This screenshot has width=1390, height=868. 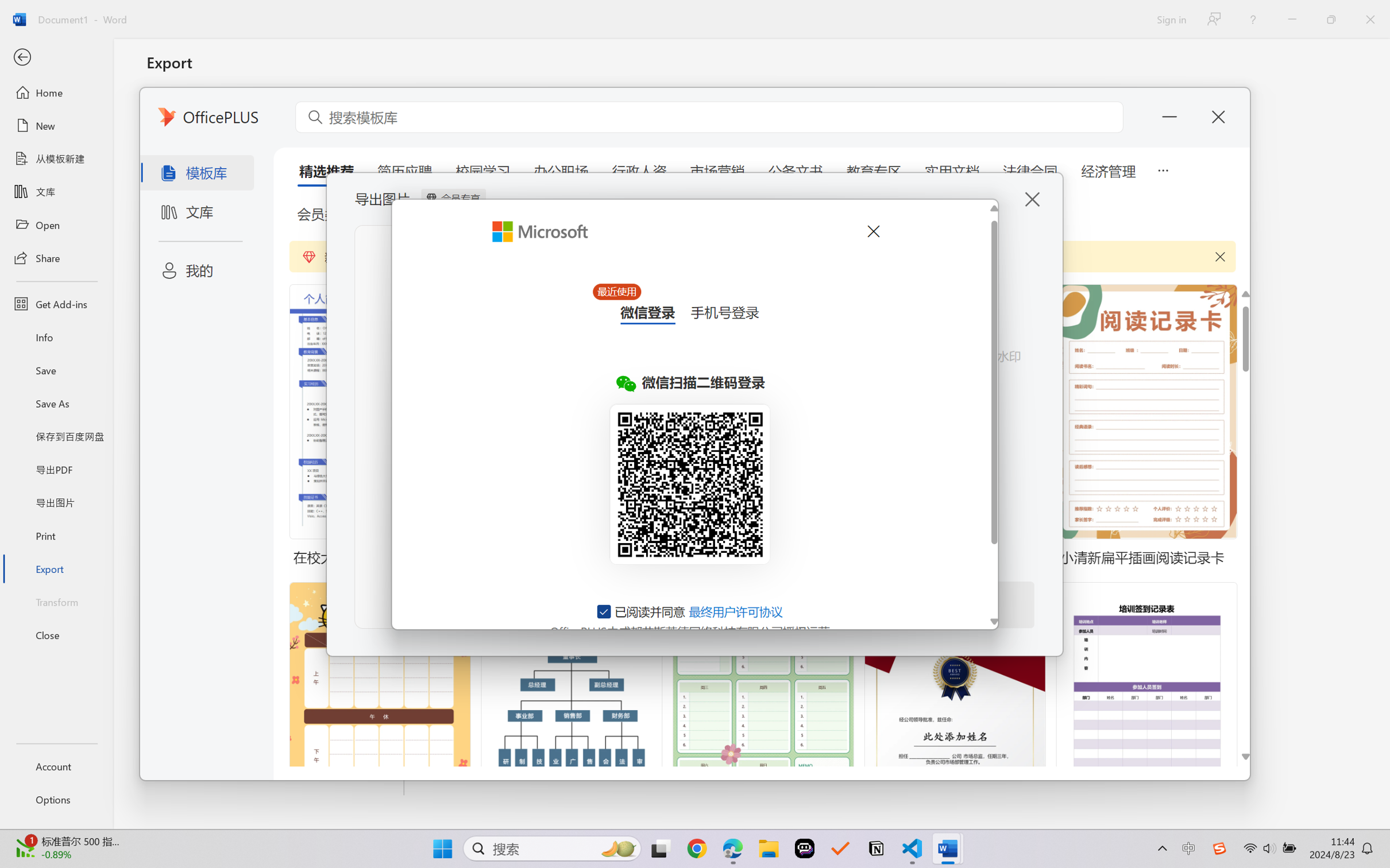 I want to click on 'New', so click(x=56, y=125).